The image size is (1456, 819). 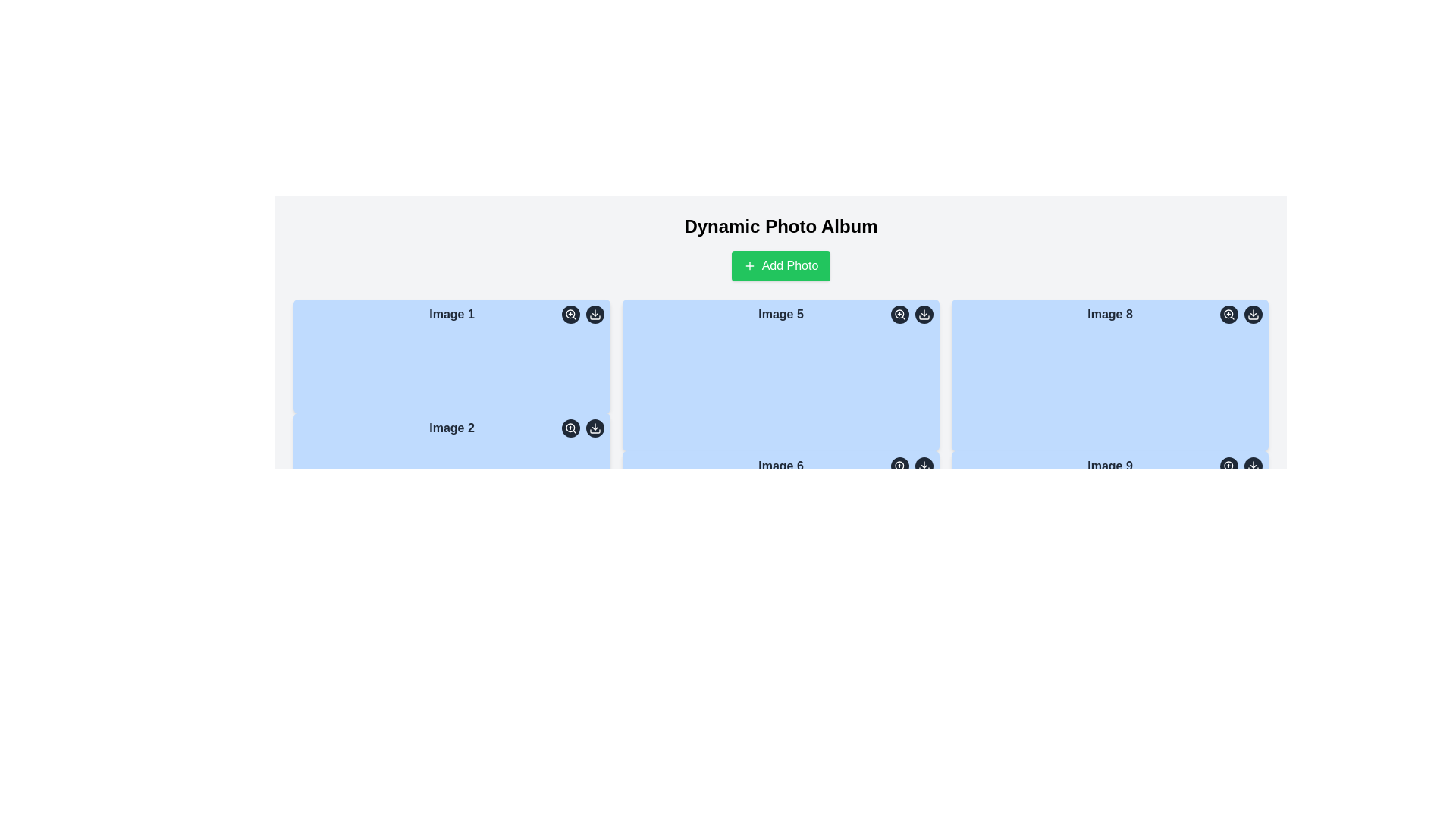 What do you see at coordinates (899, 314) in the screenshot?
I see `the zoom-in icon button located in the top-right corner of the 'Image 5' rectangular box` at bounding box center [899, 314].